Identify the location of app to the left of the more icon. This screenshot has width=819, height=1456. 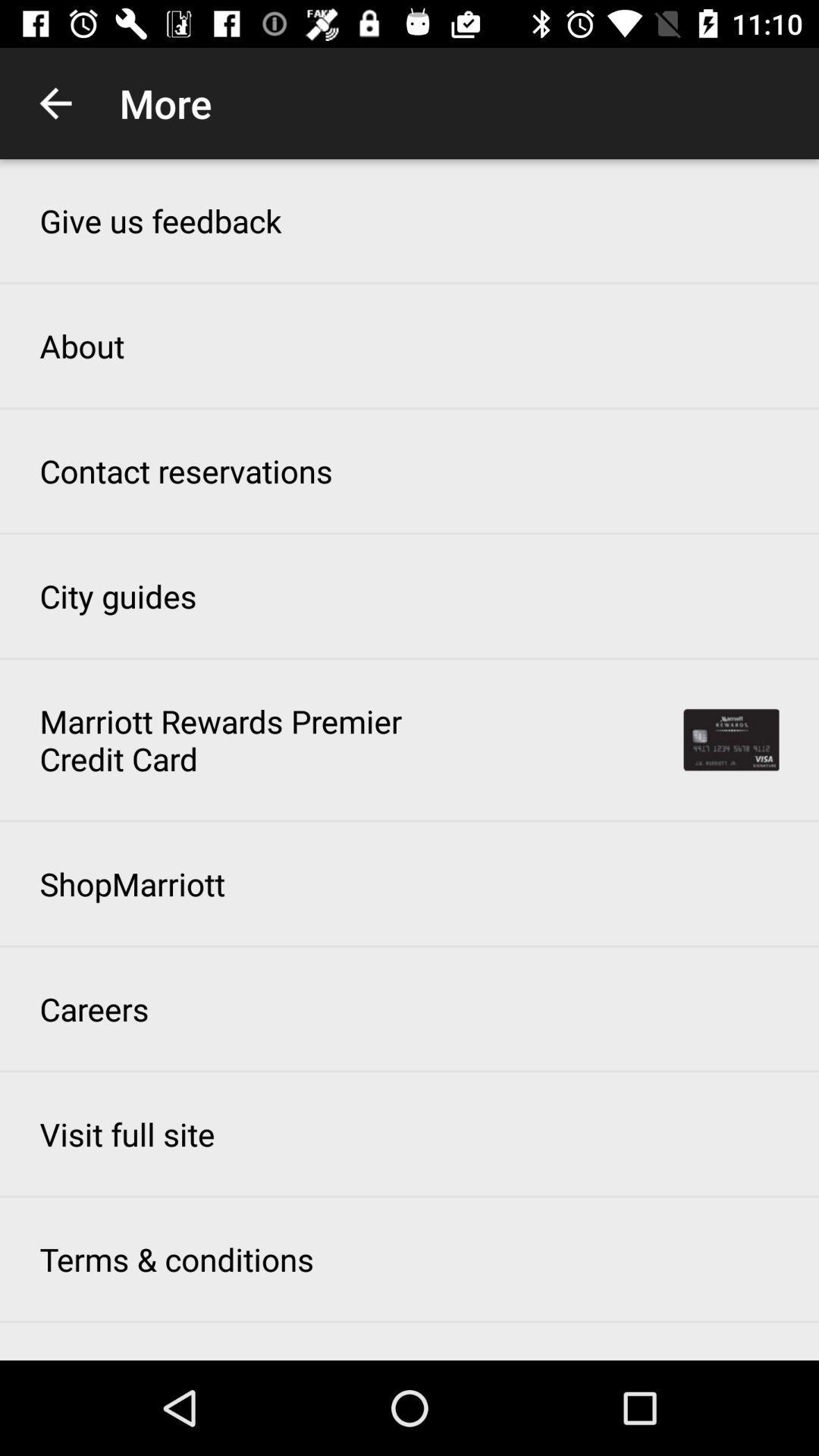
(55, 102).